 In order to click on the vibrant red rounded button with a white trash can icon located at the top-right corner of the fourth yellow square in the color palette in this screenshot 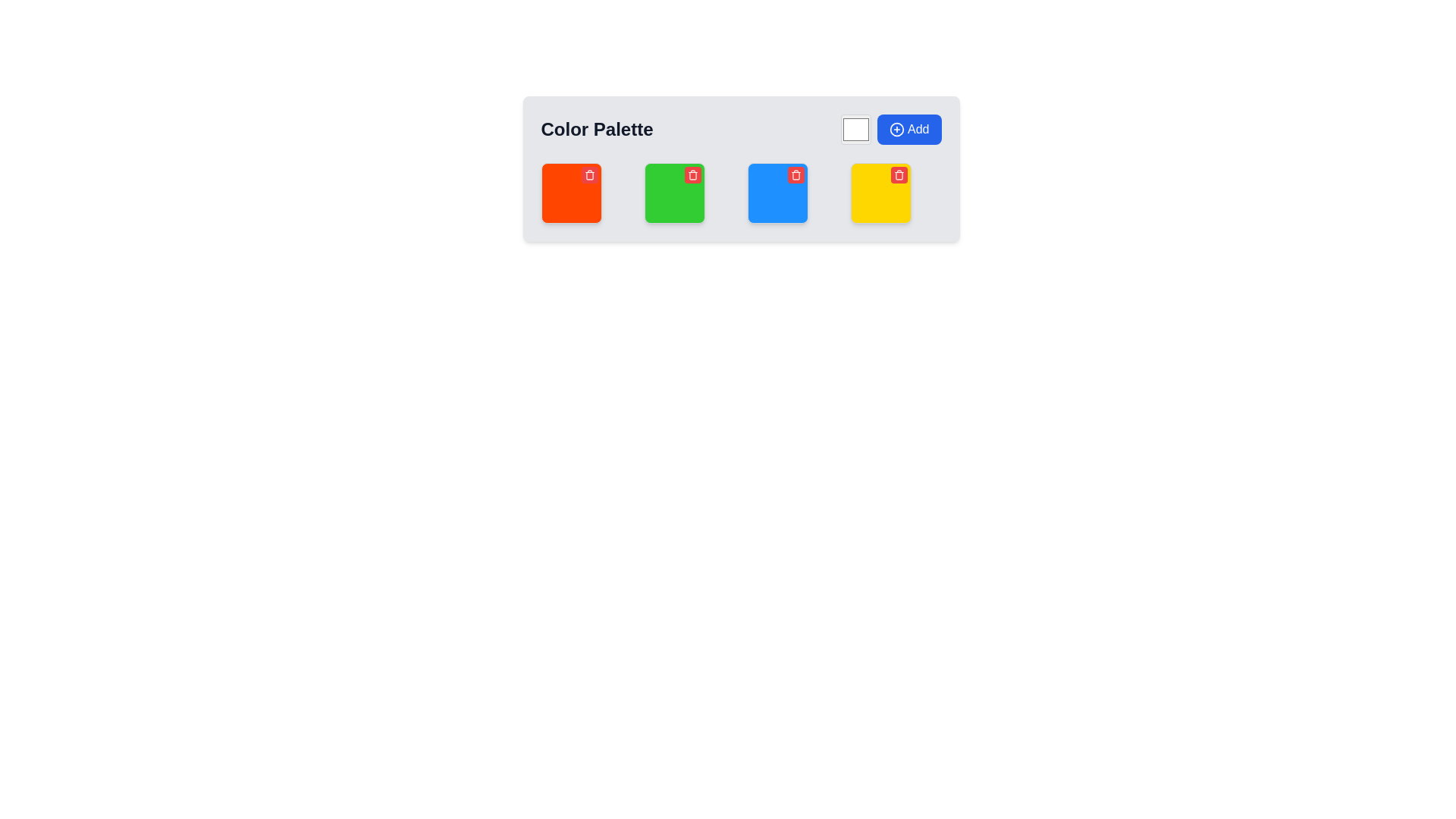, I will do `click(899, 174)`.